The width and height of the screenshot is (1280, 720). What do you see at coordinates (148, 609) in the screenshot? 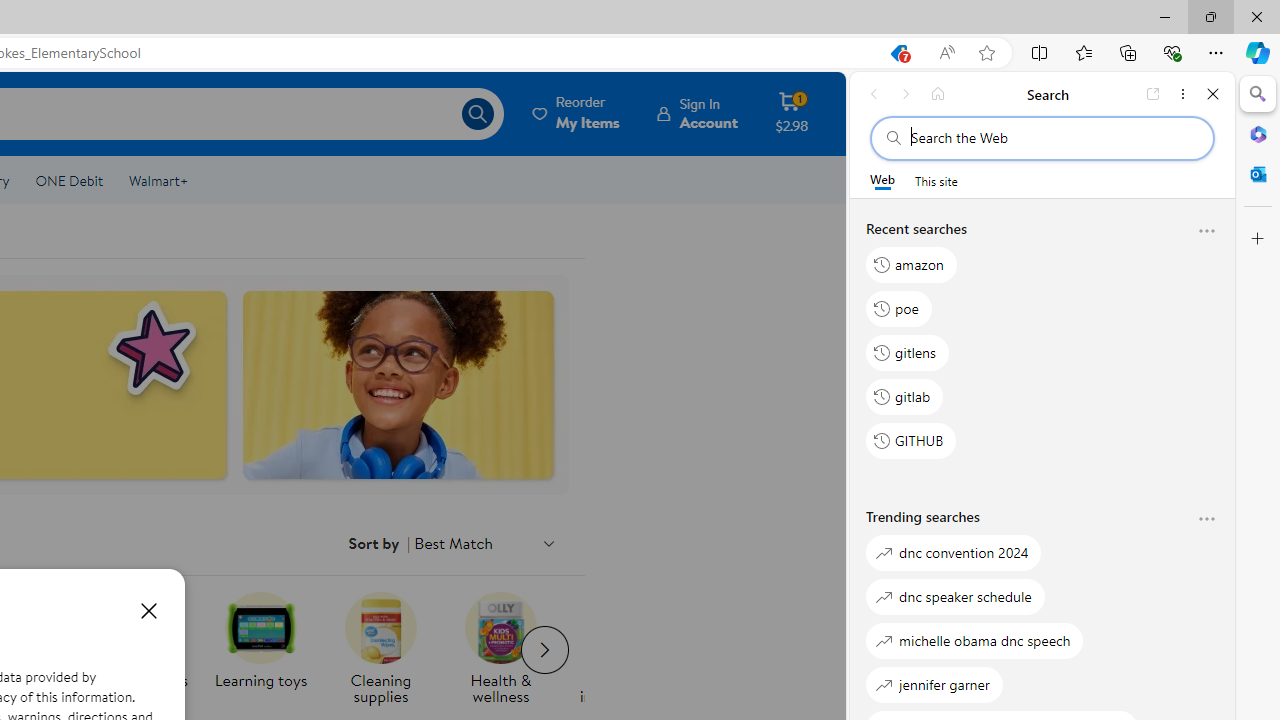
I see `'Close dialog'` at bounding box center [148, 609].